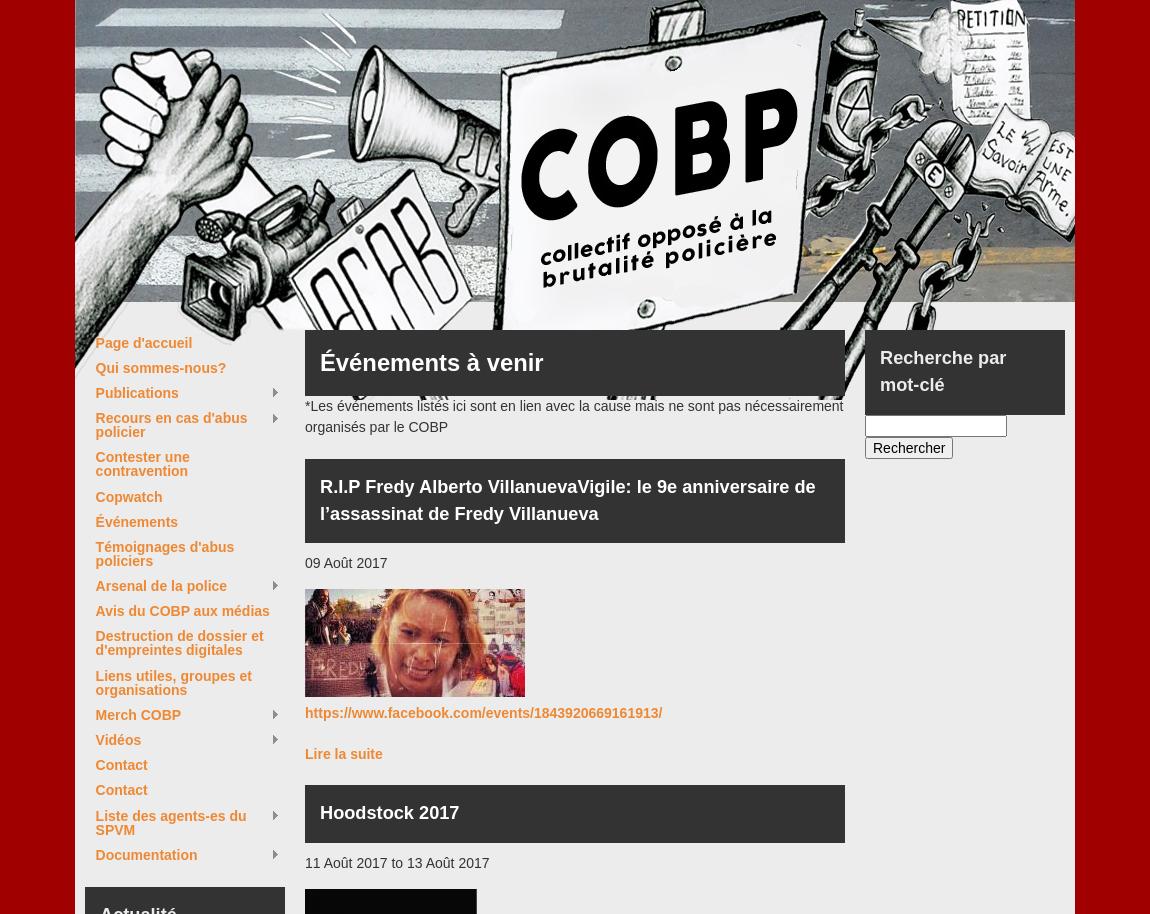  What do you see at coordinates (483, 712) in the screenshot?
I see `'https://www.facebook.com/events/1843920669161913/'` at bounding box center [483, 712].